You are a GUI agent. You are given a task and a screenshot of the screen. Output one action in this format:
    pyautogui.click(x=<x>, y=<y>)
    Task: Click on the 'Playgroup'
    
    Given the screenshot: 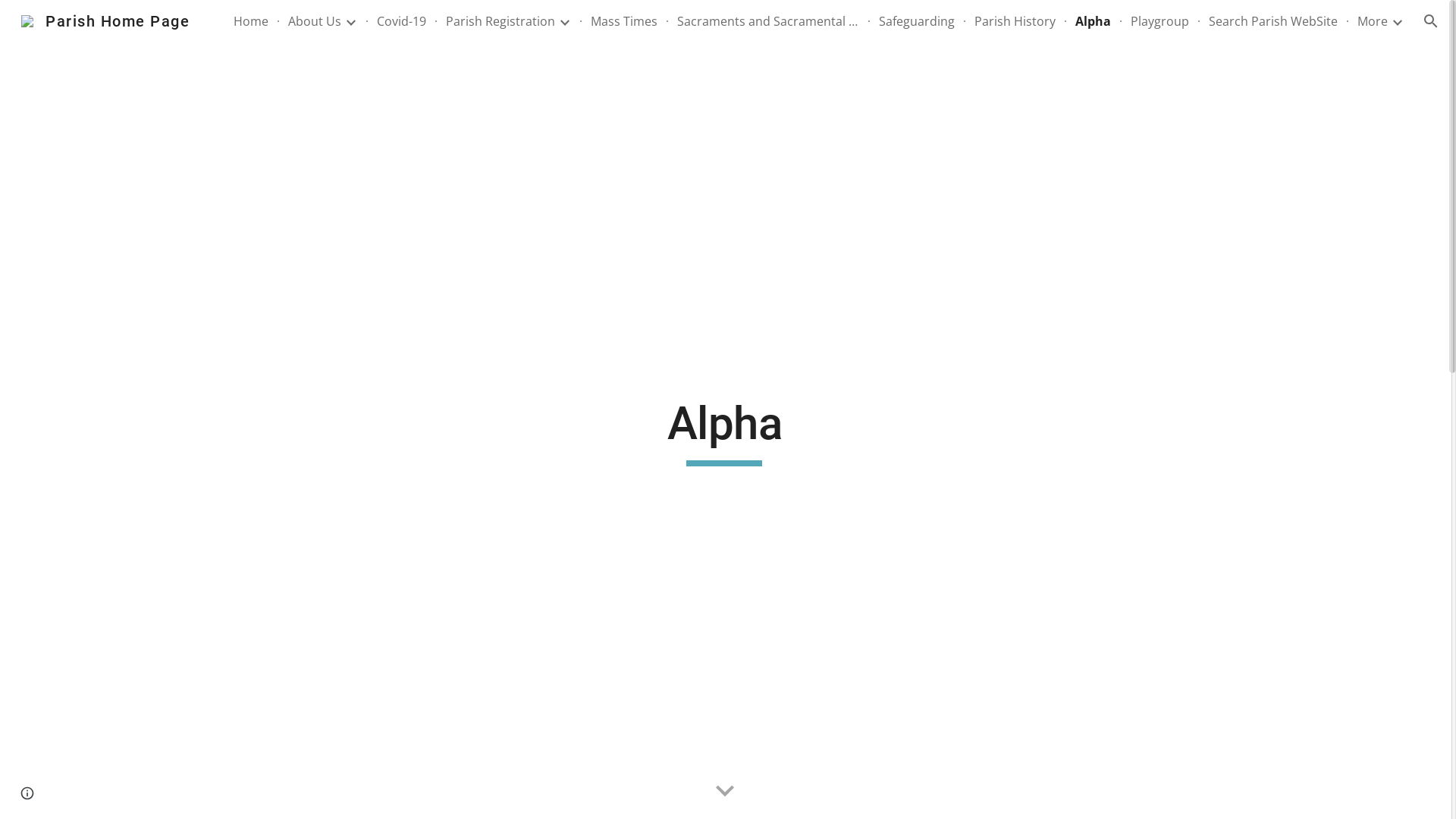 What is the action you would take?
    pyautogui.click(x=1159, y=20)
    